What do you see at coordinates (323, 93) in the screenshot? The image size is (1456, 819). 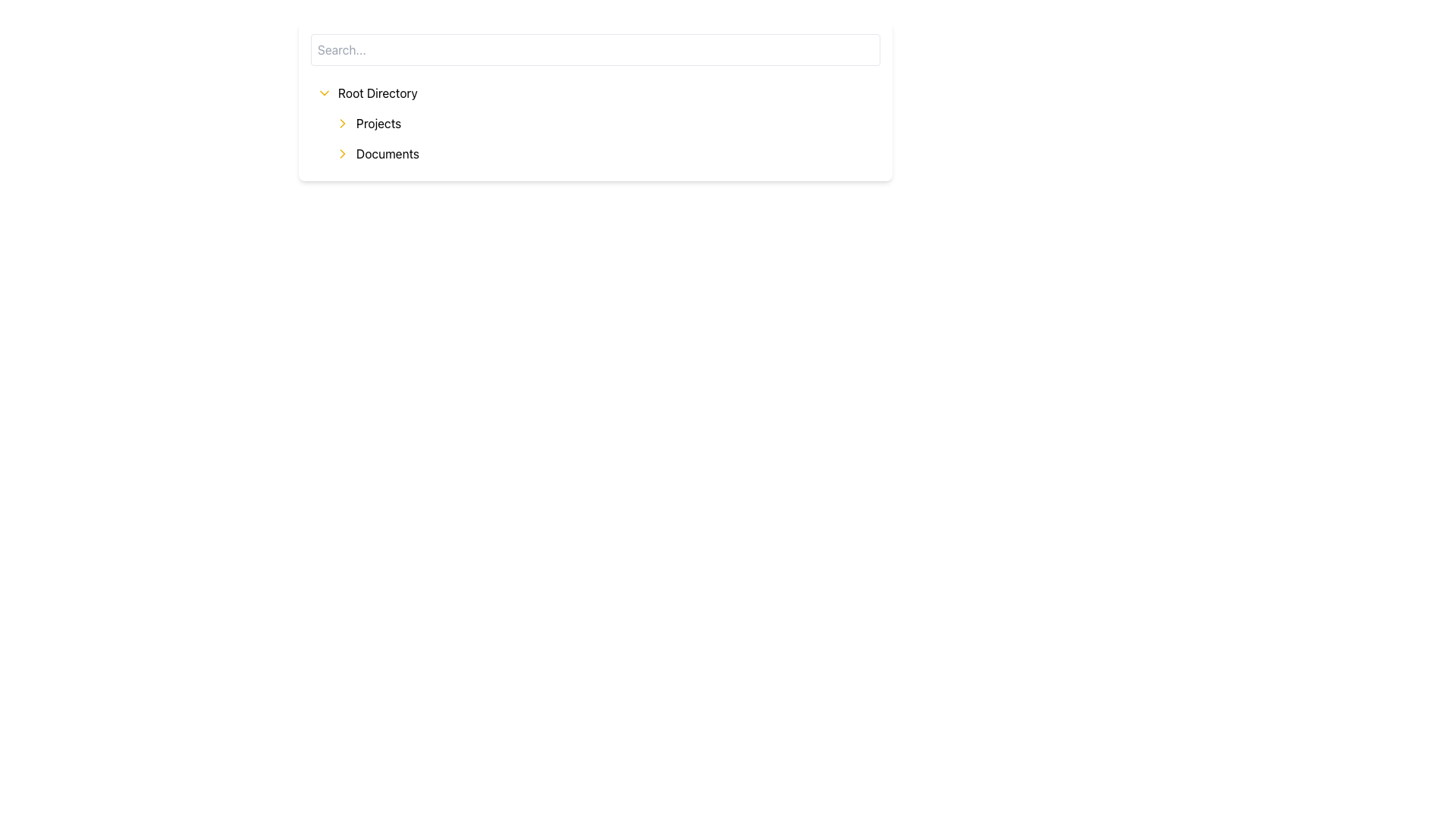 I see `the icon located to the left of the 'Root Directory' text` at bounding box center [323, 93].